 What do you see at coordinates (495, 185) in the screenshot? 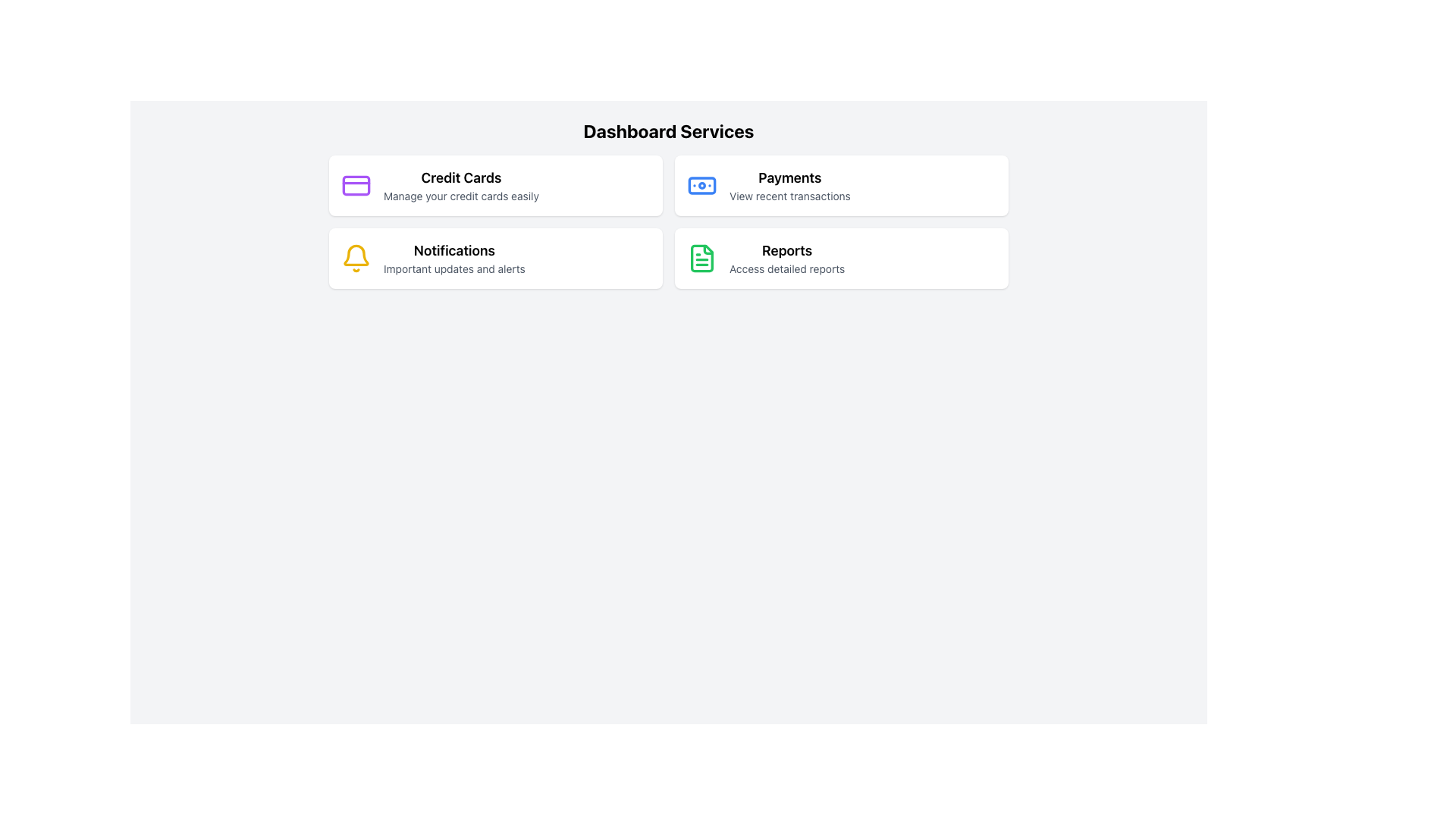
I see `the Card component located in the top-left position of the Dashboard Services interface, which allows users to navigate to credit card management tools` at bounding box center [495, 185].